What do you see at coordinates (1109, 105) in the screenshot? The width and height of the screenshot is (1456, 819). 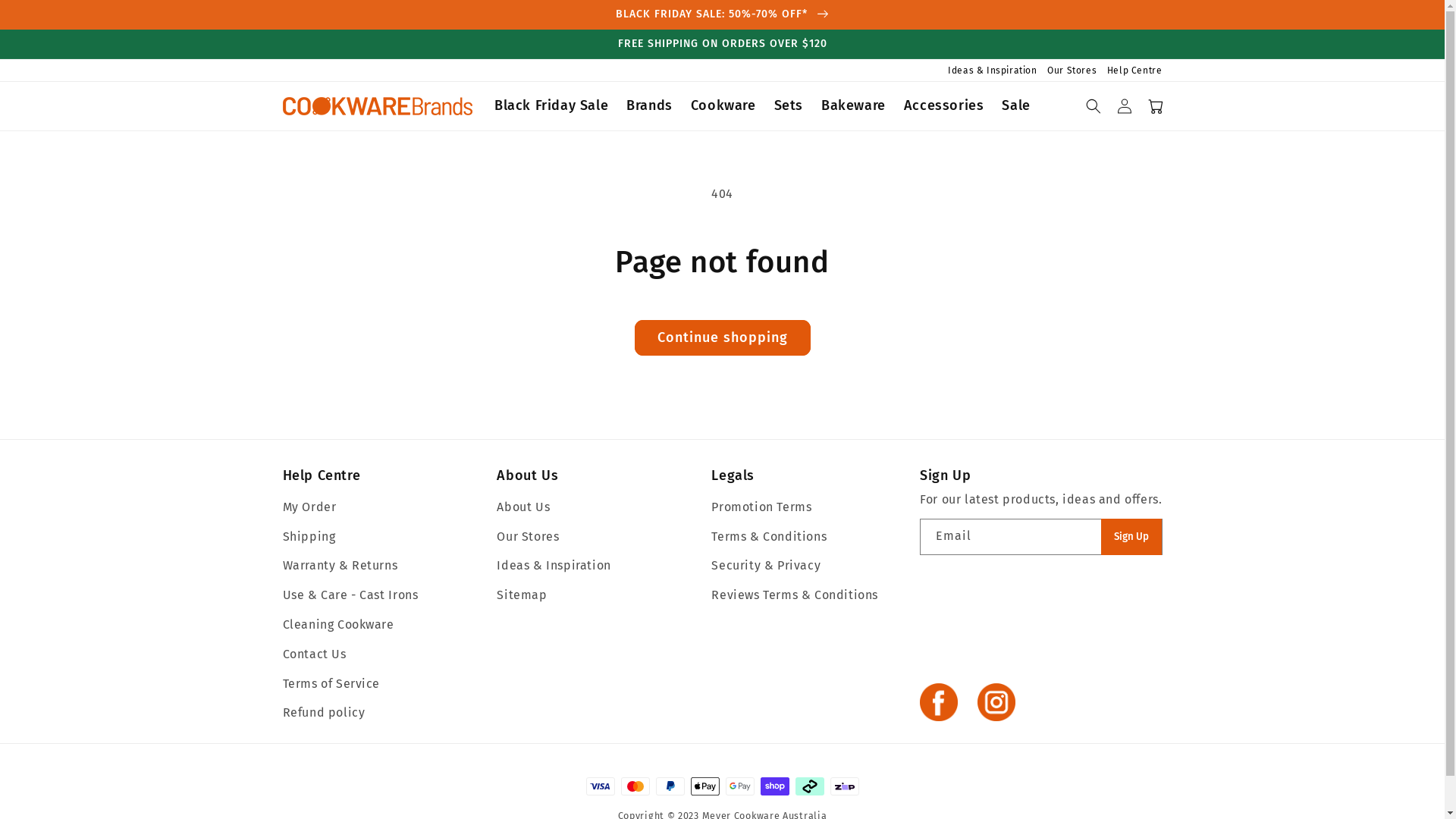 I see `'Log in'` at bounding box center [1109, 105].